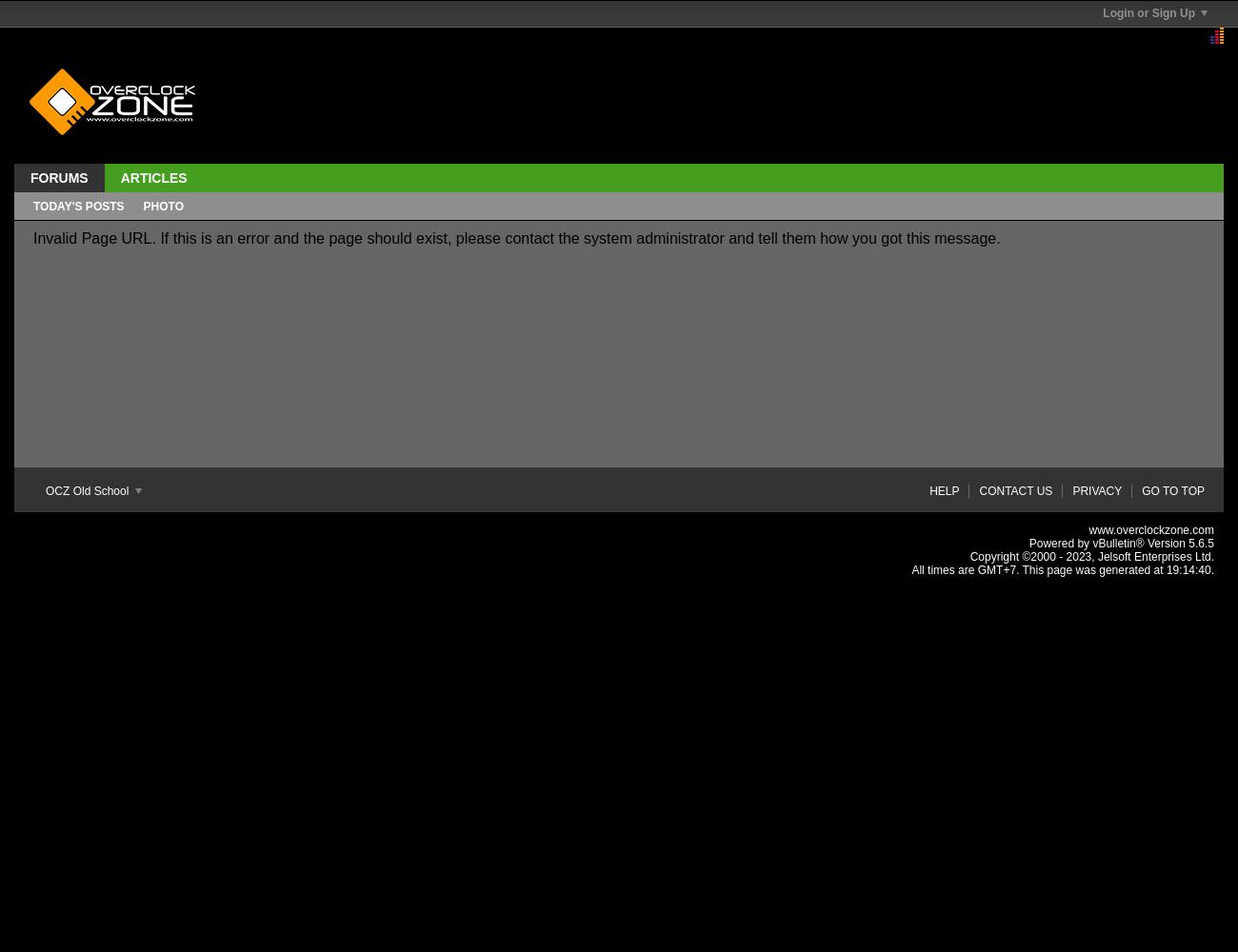 The image size is (1238, 952). I want to click on 'Forums', so click(29, 178).